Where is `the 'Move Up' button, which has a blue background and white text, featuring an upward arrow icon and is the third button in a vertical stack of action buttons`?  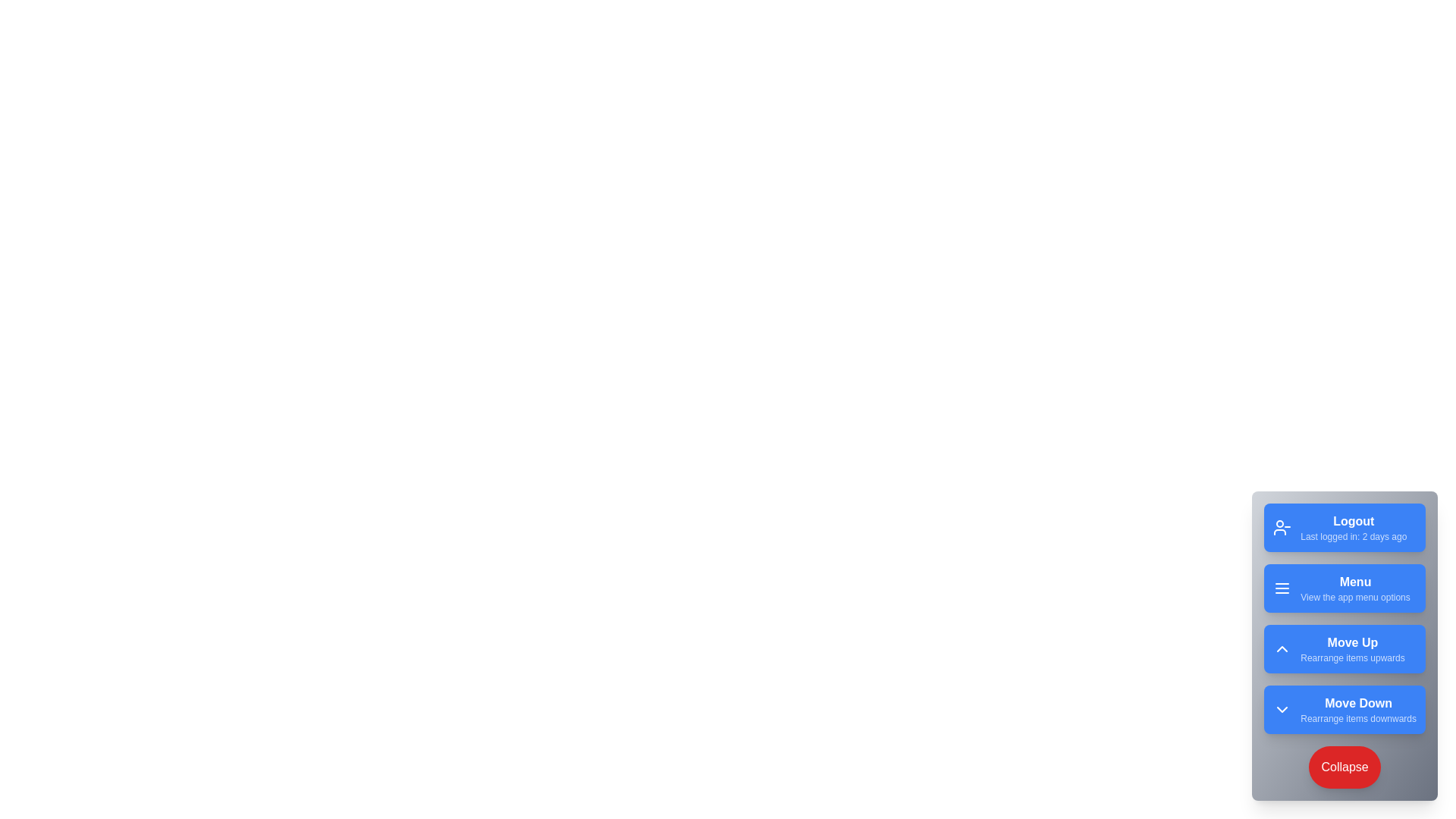
the 'Move Up' button, which has a blue background and white text, featuring an upward arrow icon and is the third button in a vertical stack of action buttons is located at coordinates (1345, 648).